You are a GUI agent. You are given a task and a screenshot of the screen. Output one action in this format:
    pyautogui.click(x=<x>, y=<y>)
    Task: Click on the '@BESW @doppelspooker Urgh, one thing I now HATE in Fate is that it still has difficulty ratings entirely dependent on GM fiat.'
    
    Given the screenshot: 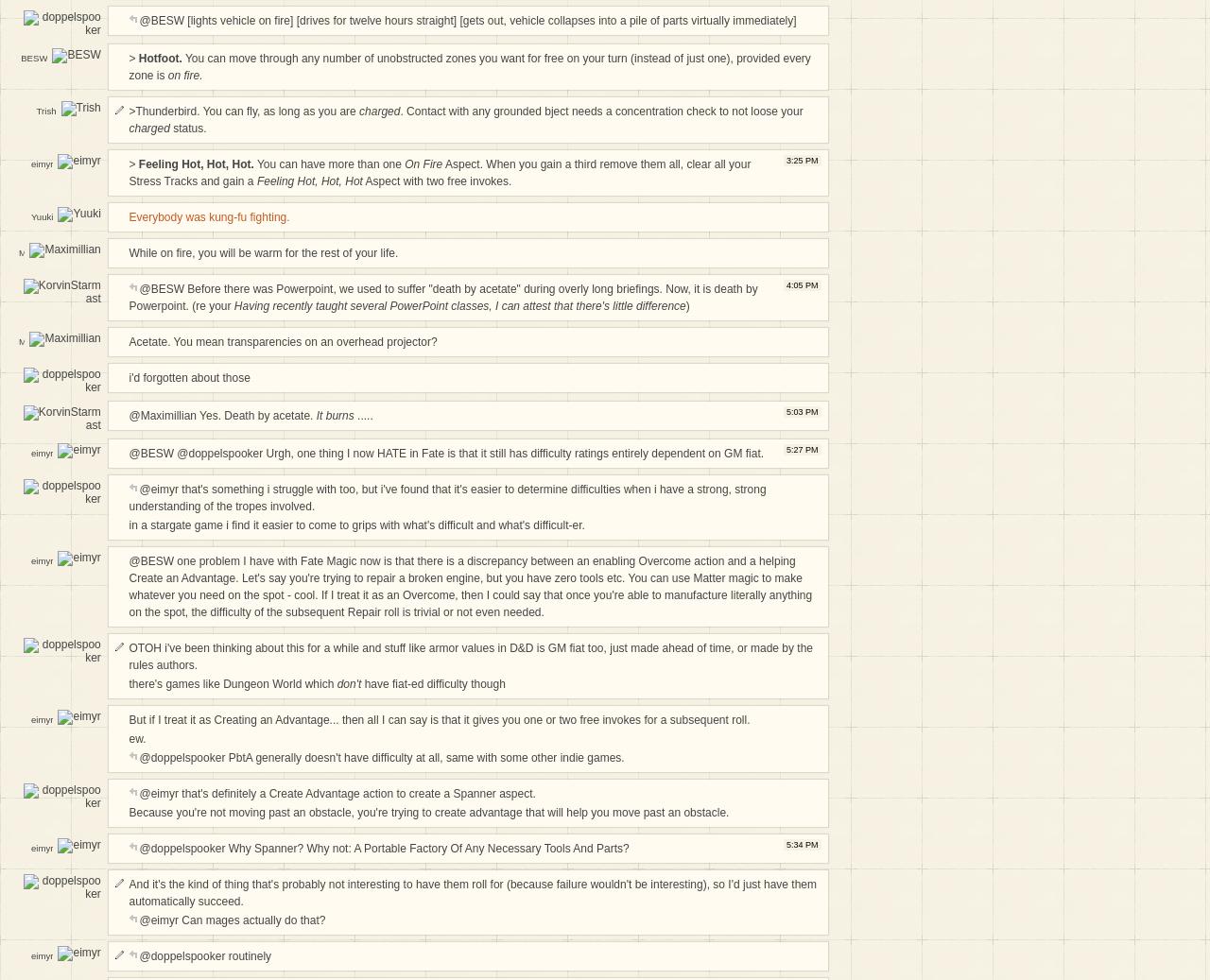 What is the action you would take?
    pyautogui.click(x=444, y=453)
    